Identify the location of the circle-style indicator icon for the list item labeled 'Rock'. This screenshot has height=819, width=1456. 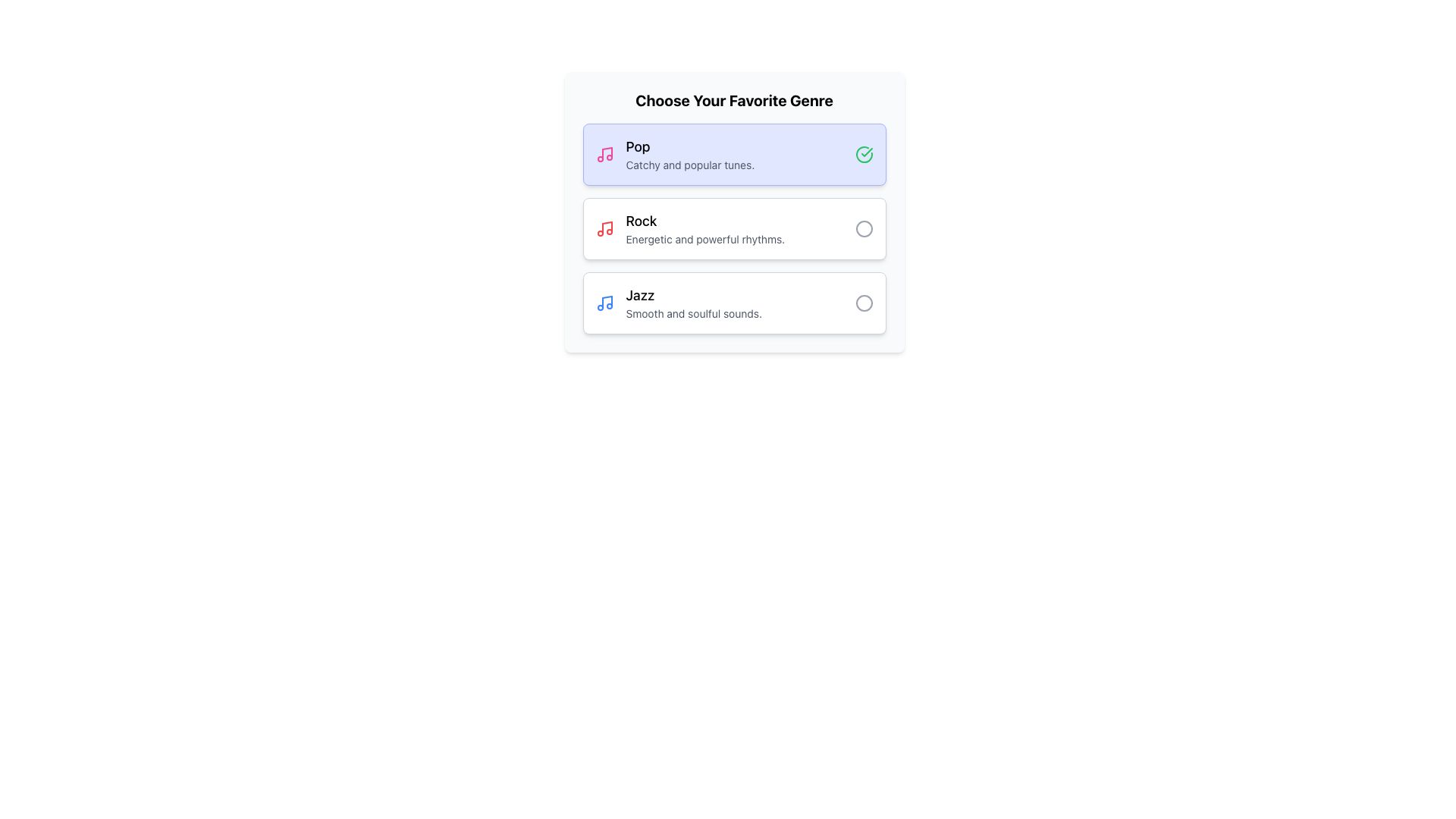
(864, 228).